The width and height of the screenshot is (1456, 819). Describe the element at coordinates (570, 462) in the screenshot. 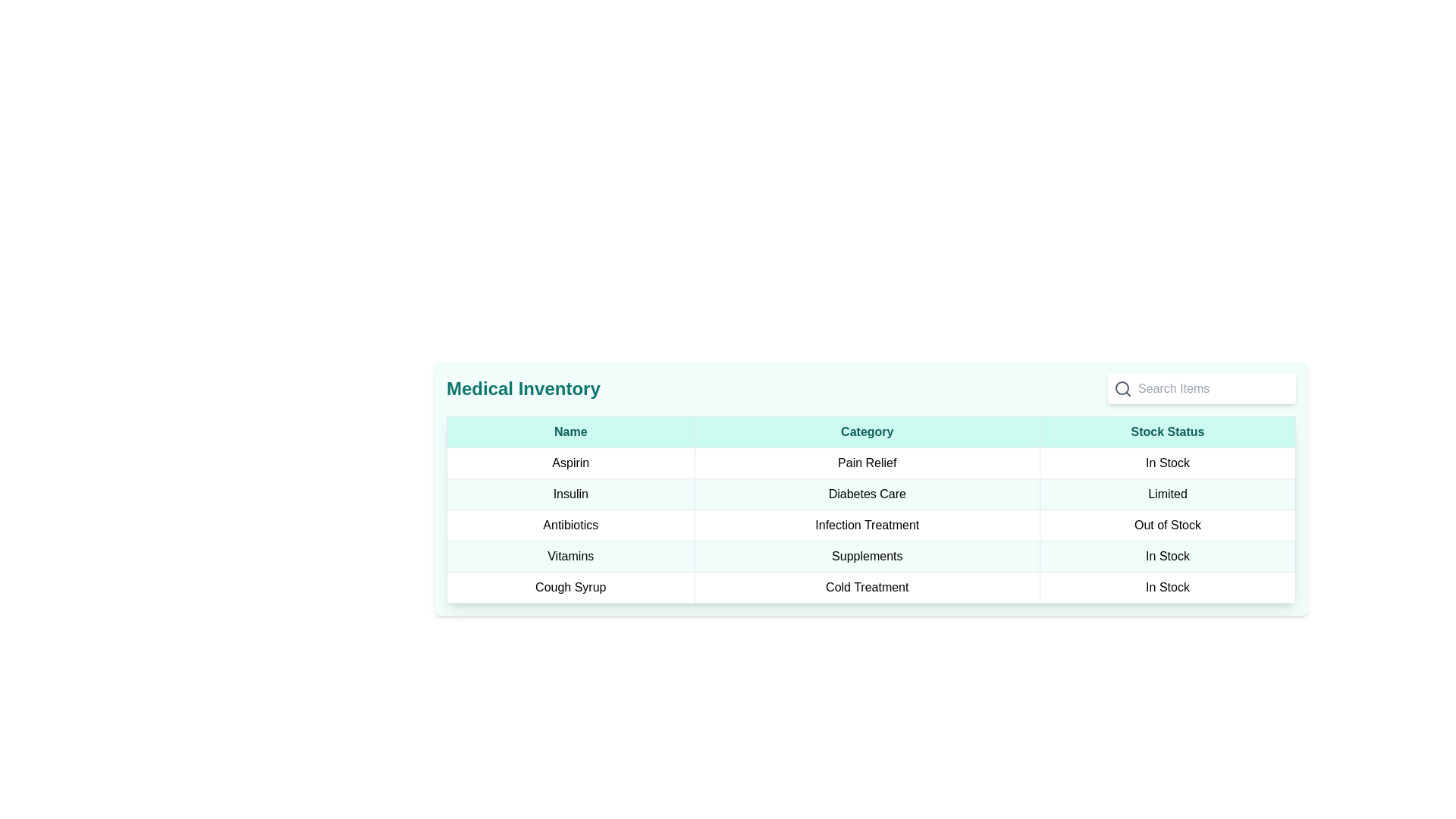

I see `the label reading 'Aspirin', which is located in the first column of a table row under the 'Name' header` at that location.